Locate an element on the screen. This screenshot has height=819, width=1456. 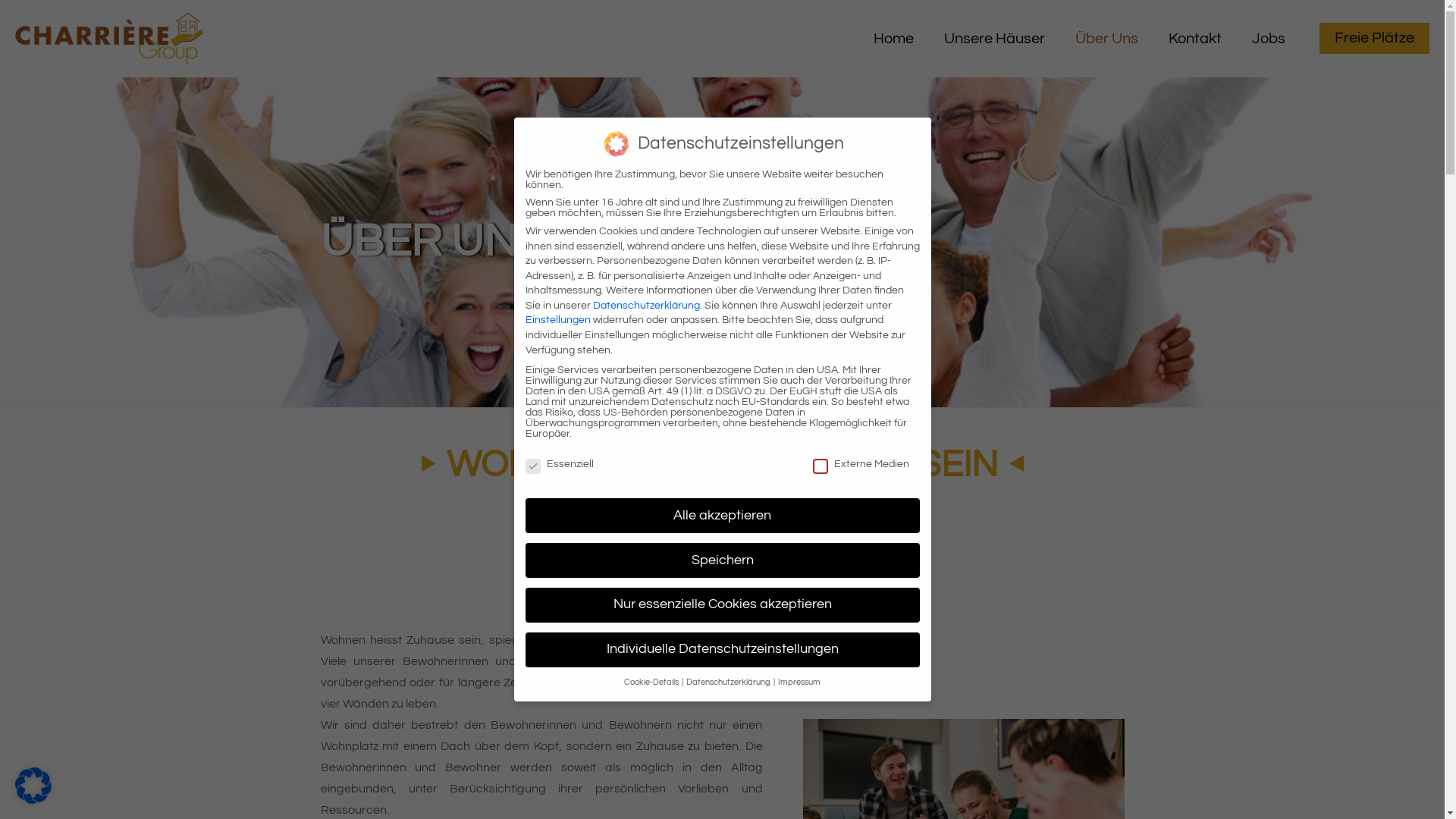
'Impressum' is located at coordinates (799, 681).